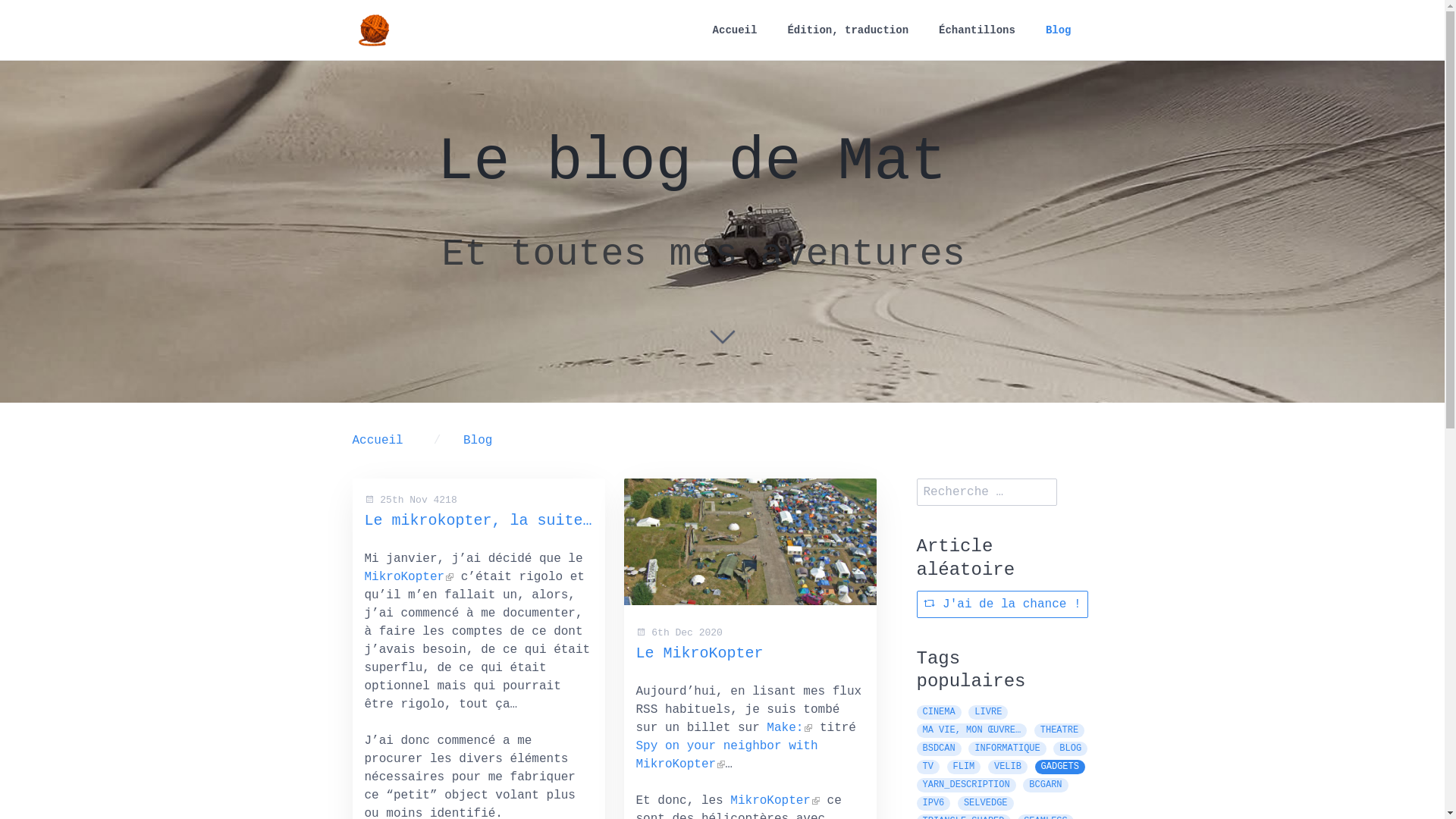 The height and width of the screenshot is (819, 1456). Describe the element at coordinates (937, 712) in the screenshot. I see `'CINEMA'` at that location.